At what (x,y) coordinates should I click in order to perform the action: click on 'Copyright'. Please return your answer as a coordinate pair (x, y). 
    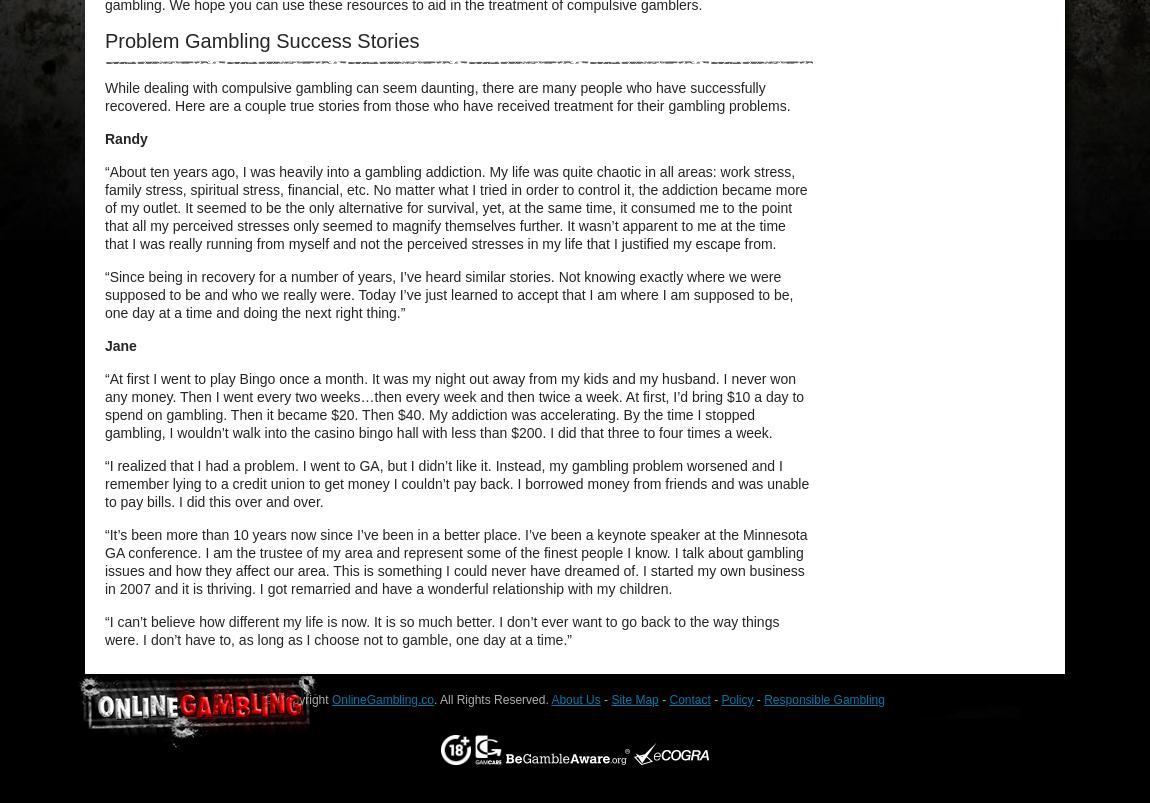
    Looking at the image, I should click on (303, 698).